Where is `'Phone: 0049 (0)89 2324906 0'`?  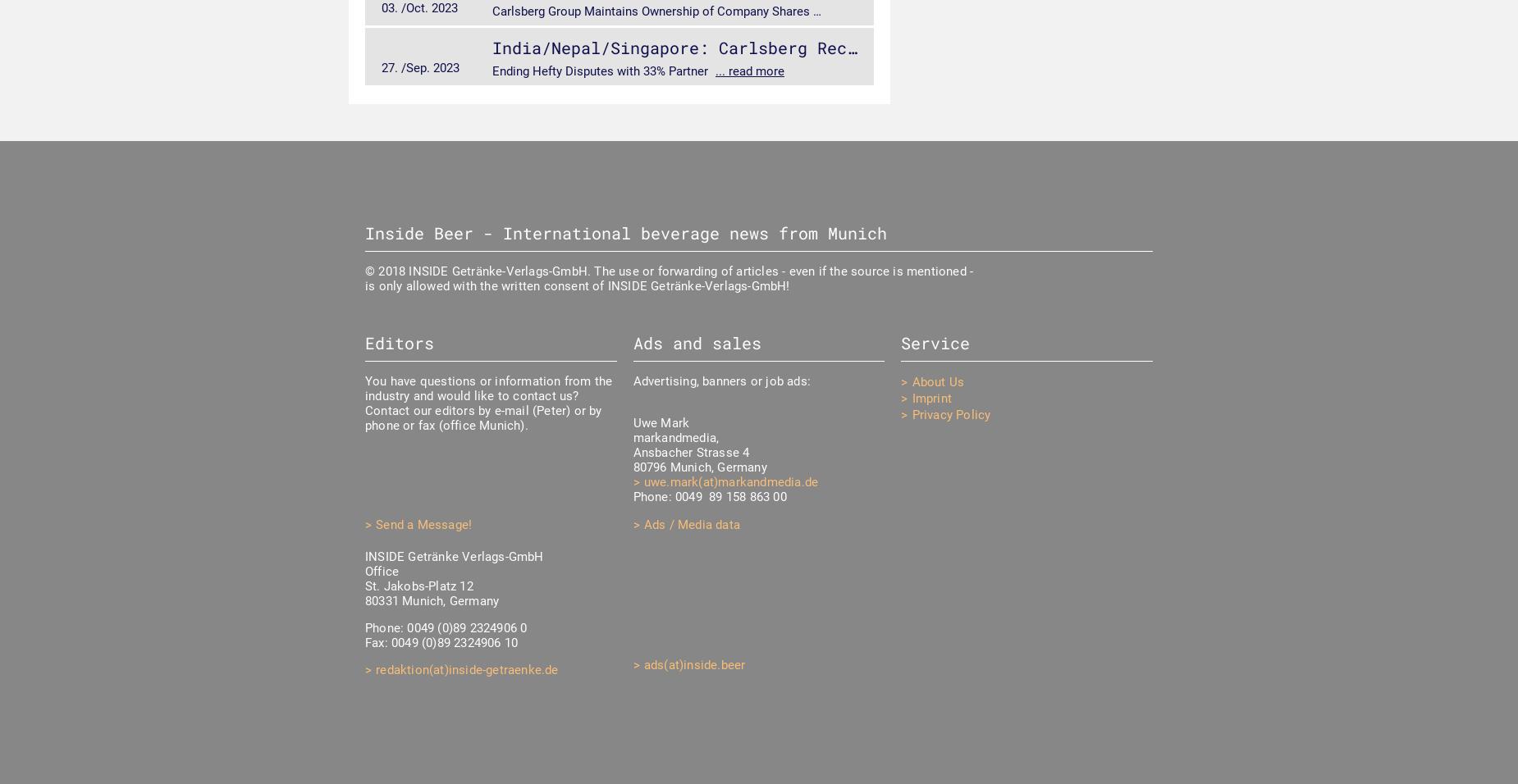
'Phone: 0049 (0)89 2324906 0' is located at coordinates (446, 627).